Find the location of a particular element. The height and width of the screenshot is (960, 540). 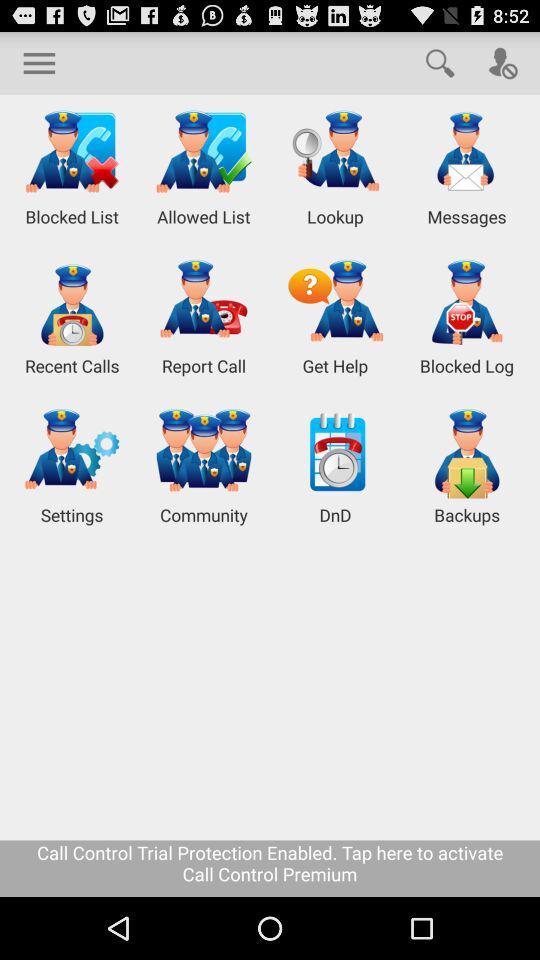

sitting is located at coordinates (39, 62).